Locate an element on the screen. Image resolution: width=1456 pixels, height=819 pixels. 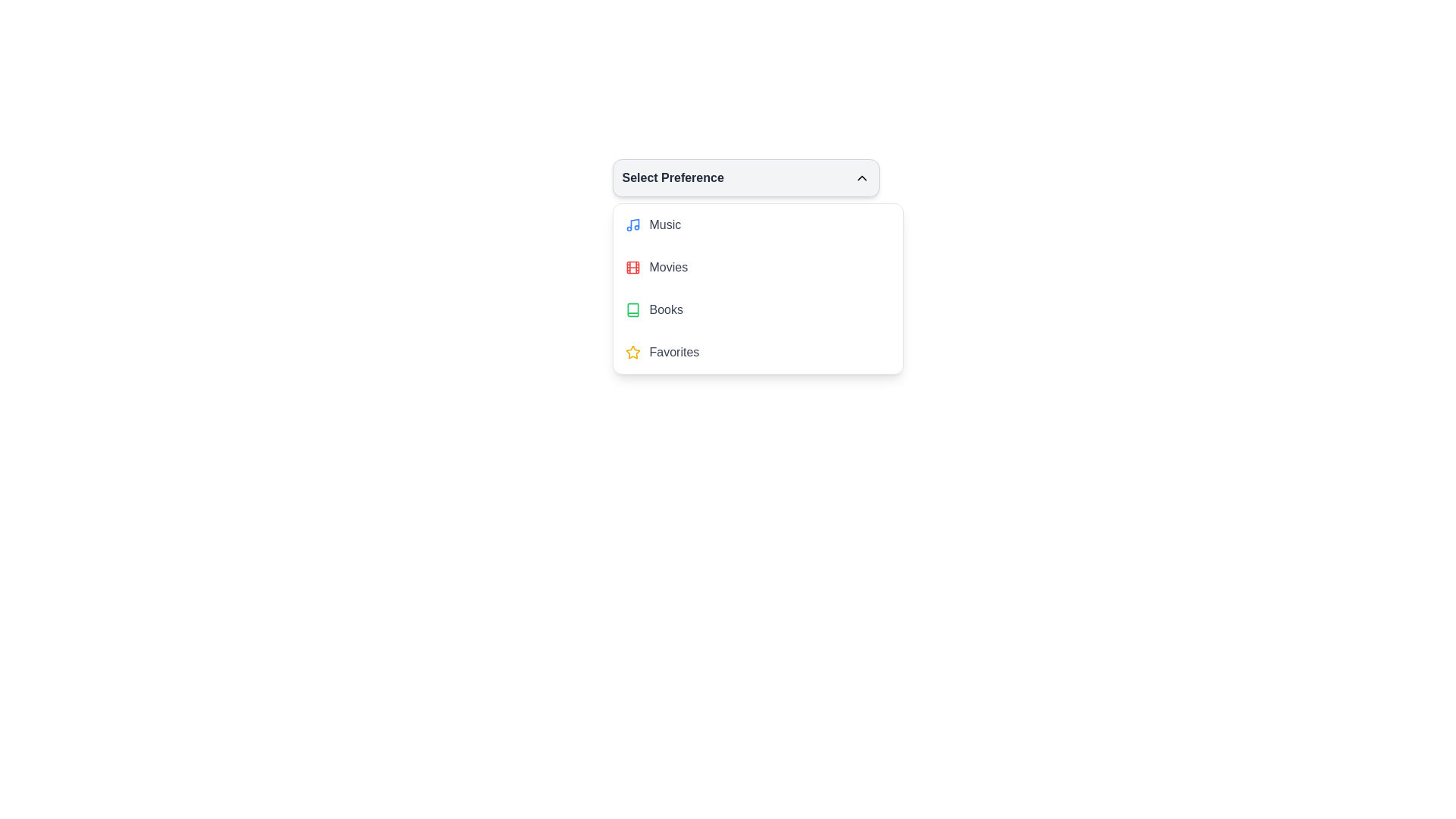
the text label for the 'Favorites' category in the dropdown menu, located below the 'Books' item and to the right of the star icon is located at coordinates (673, 353).